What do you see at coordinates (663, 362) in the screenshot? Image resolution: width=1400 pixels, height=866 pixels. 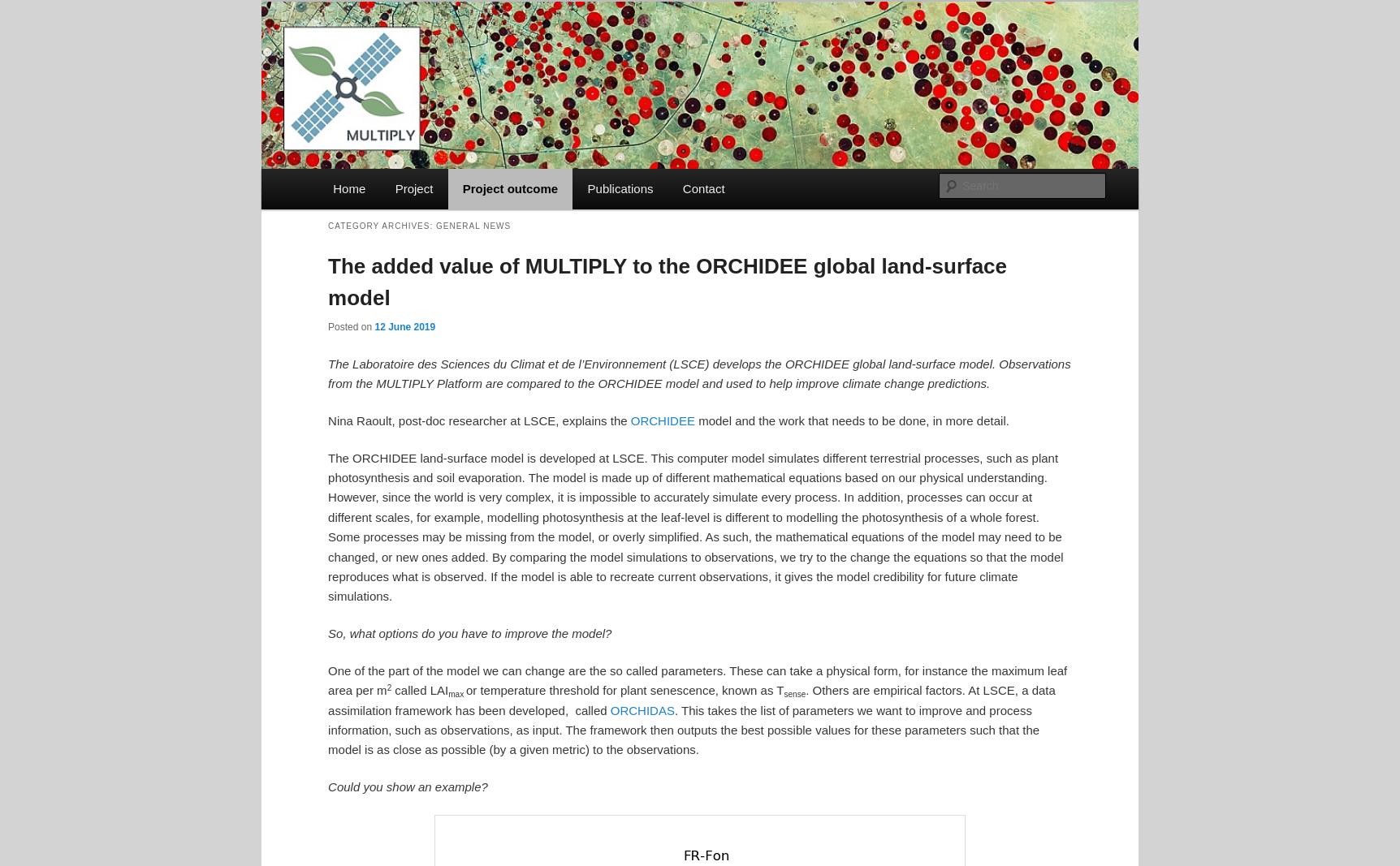 I see `'The Laboratoire des Sciences du Climat et de l’Environnement (LSCE) develops the ORCHIDEE global land-surface model.'` at bounding box center [663, 362].